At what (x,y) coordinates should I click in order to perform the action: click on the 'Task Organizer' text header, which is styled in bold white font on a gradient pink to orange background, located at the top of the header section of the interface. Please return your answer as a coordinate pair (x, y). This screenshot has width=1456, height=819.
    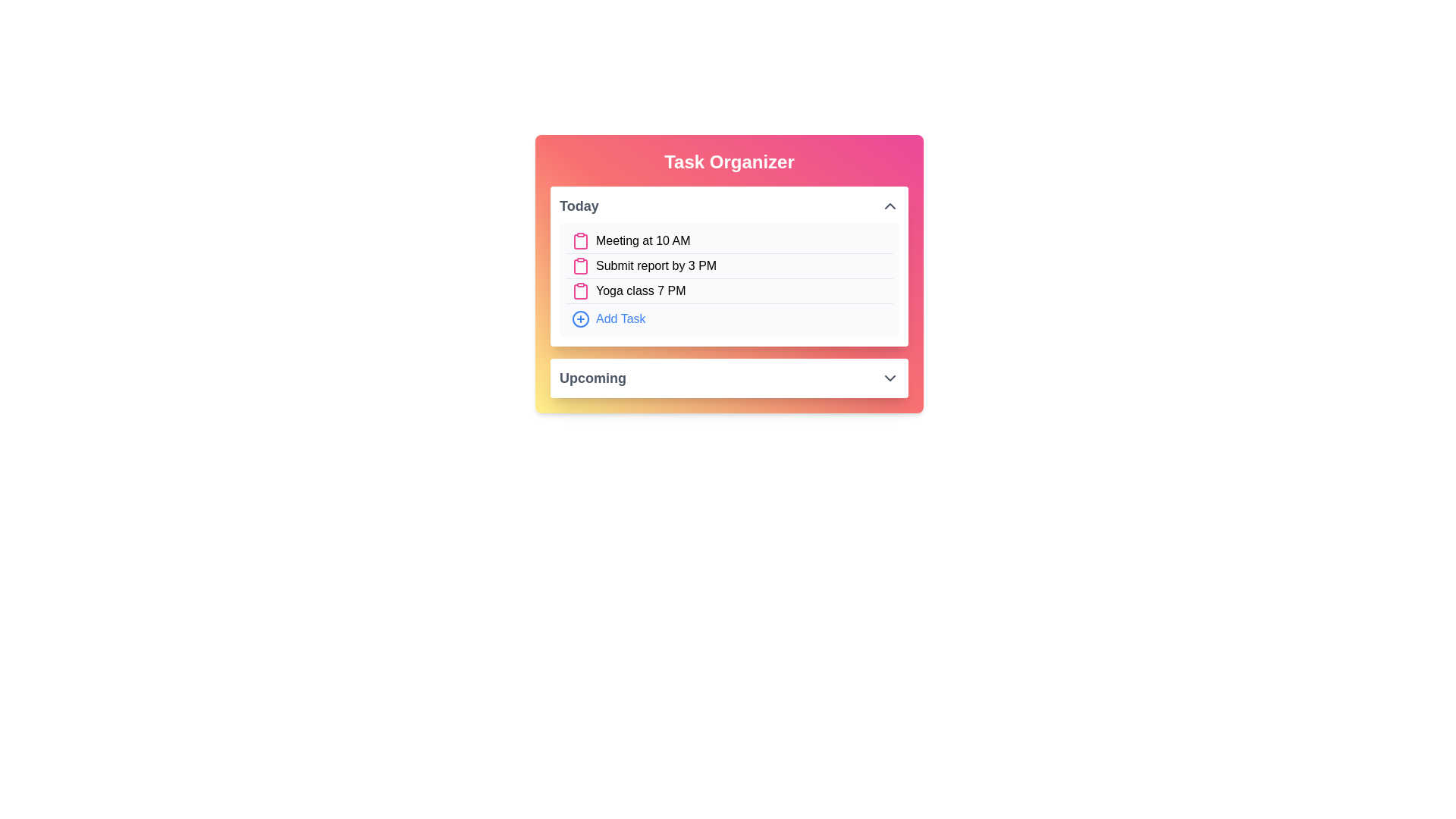
    Looking at the image, I should click on (729, 162).